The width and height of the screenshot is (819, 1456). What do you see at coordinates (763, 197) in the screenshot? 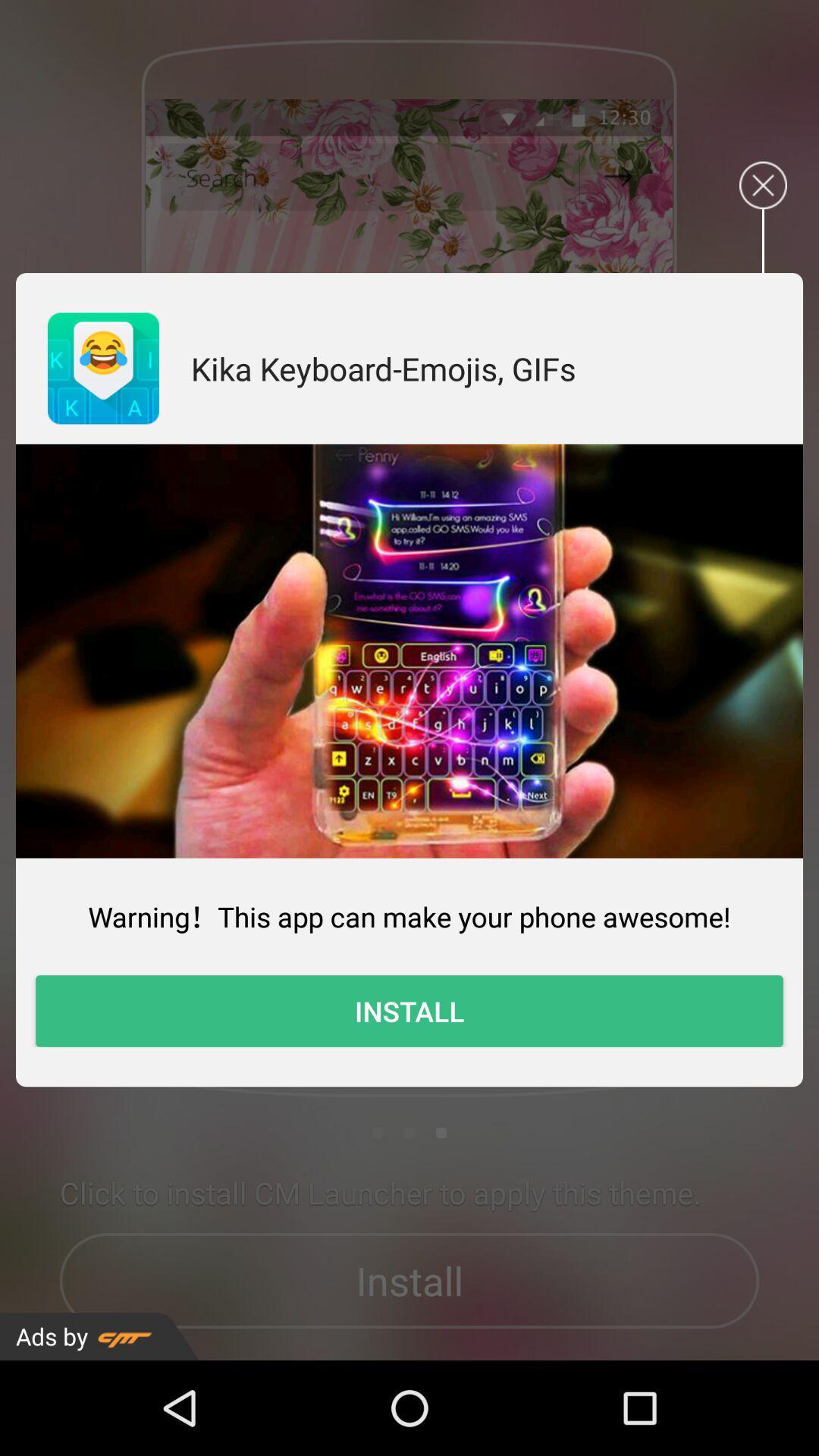
I see `the close icon` at bounding box center [763, 197].